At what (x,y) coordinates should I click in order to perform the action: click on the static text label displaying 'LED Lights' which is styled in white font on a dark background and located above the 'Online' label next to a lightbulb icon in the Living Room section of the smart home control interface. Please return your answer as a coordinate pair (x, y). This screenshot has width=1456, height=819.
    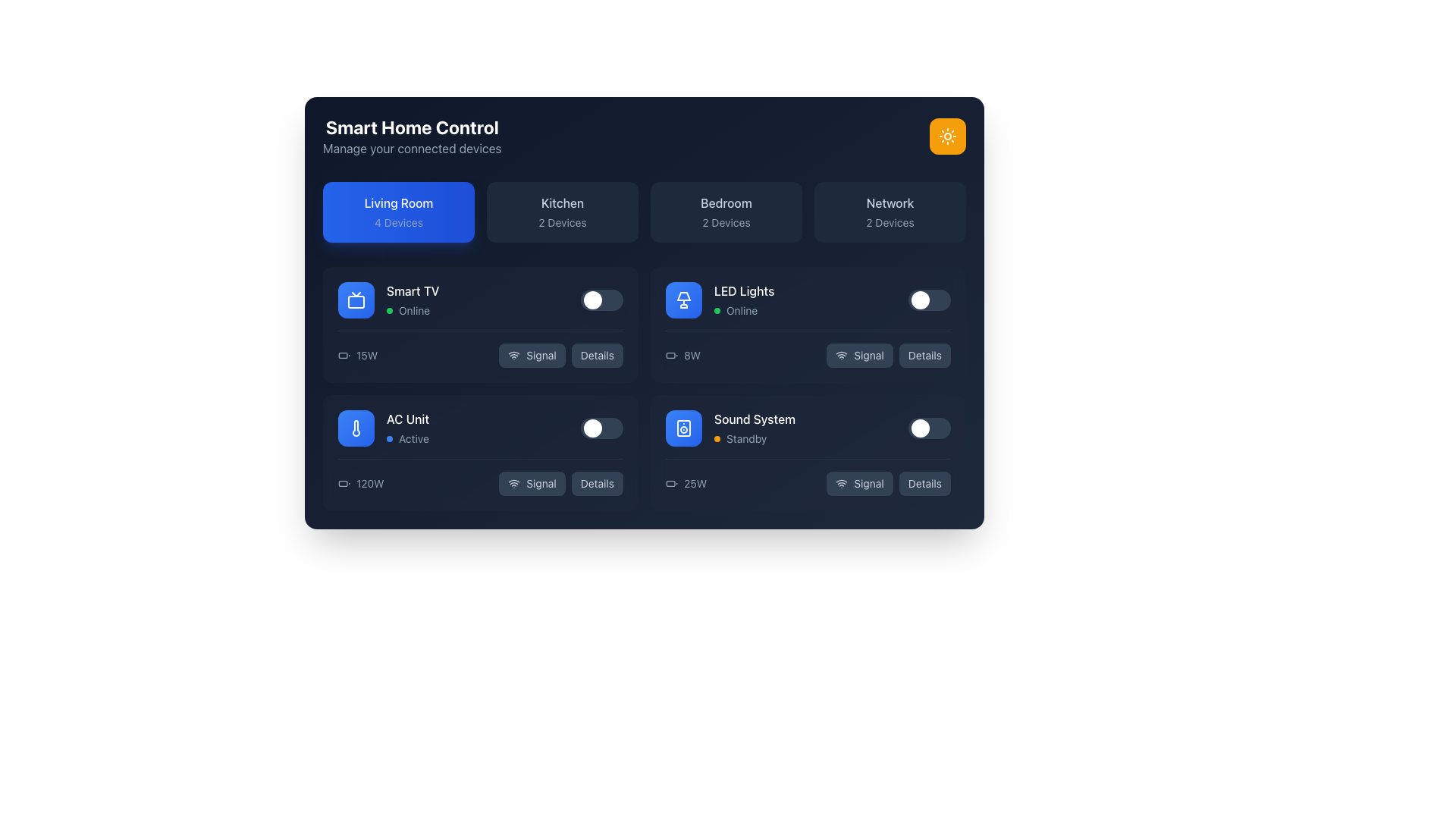
    Looking at the image, I should click on (744, 291).